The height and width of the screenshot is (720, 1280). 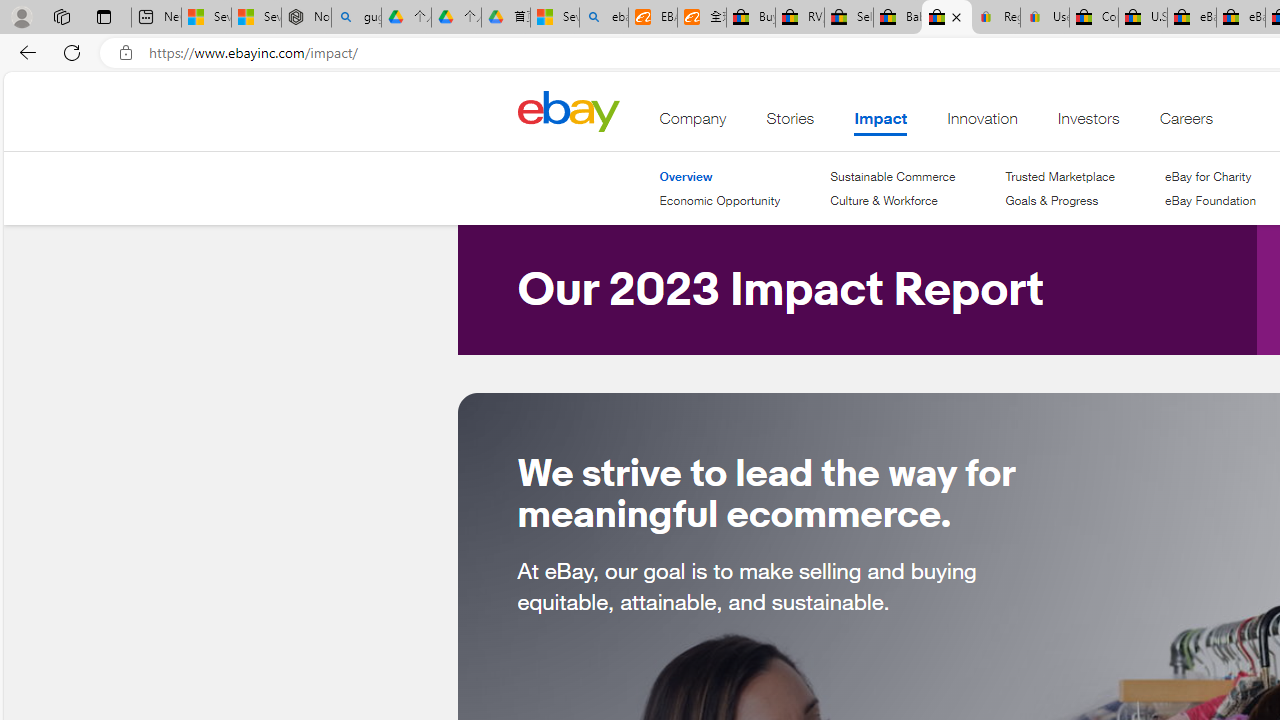 I want to click on 'User Privacy Notice | eBay', so click(x=1044, y=17).